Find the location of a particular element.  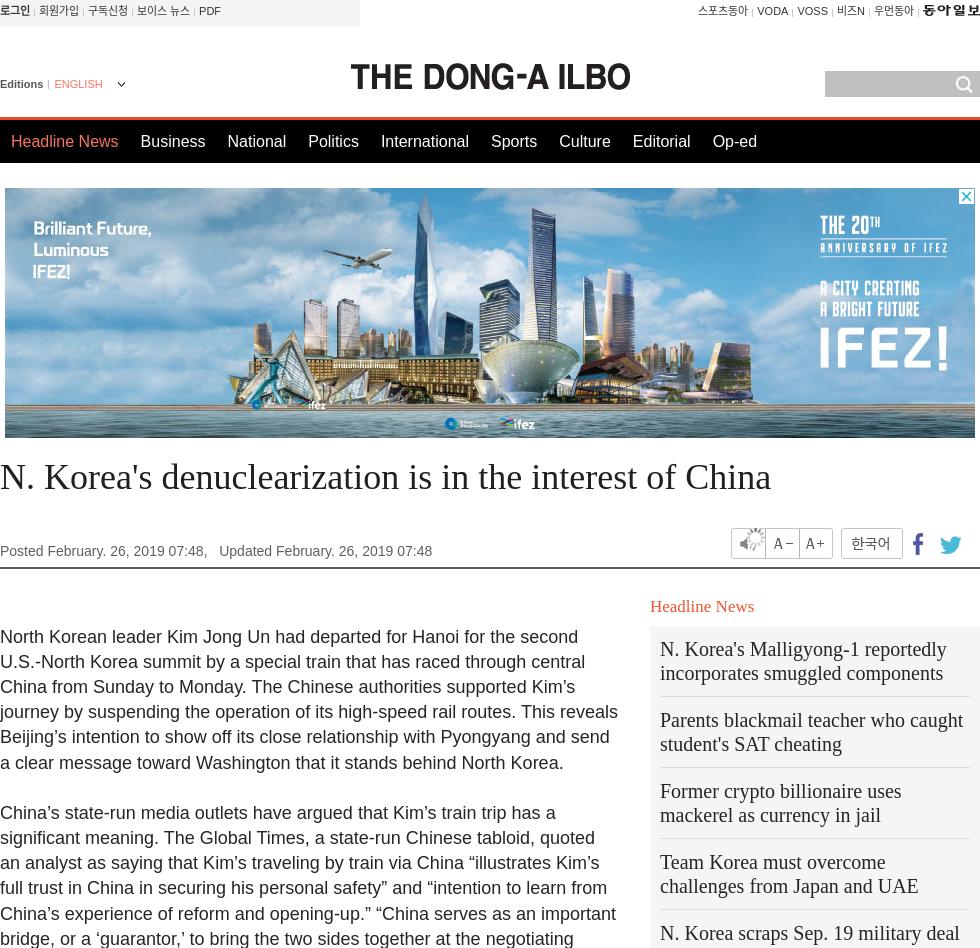

'VODA' is located at coordinates (772, 10).